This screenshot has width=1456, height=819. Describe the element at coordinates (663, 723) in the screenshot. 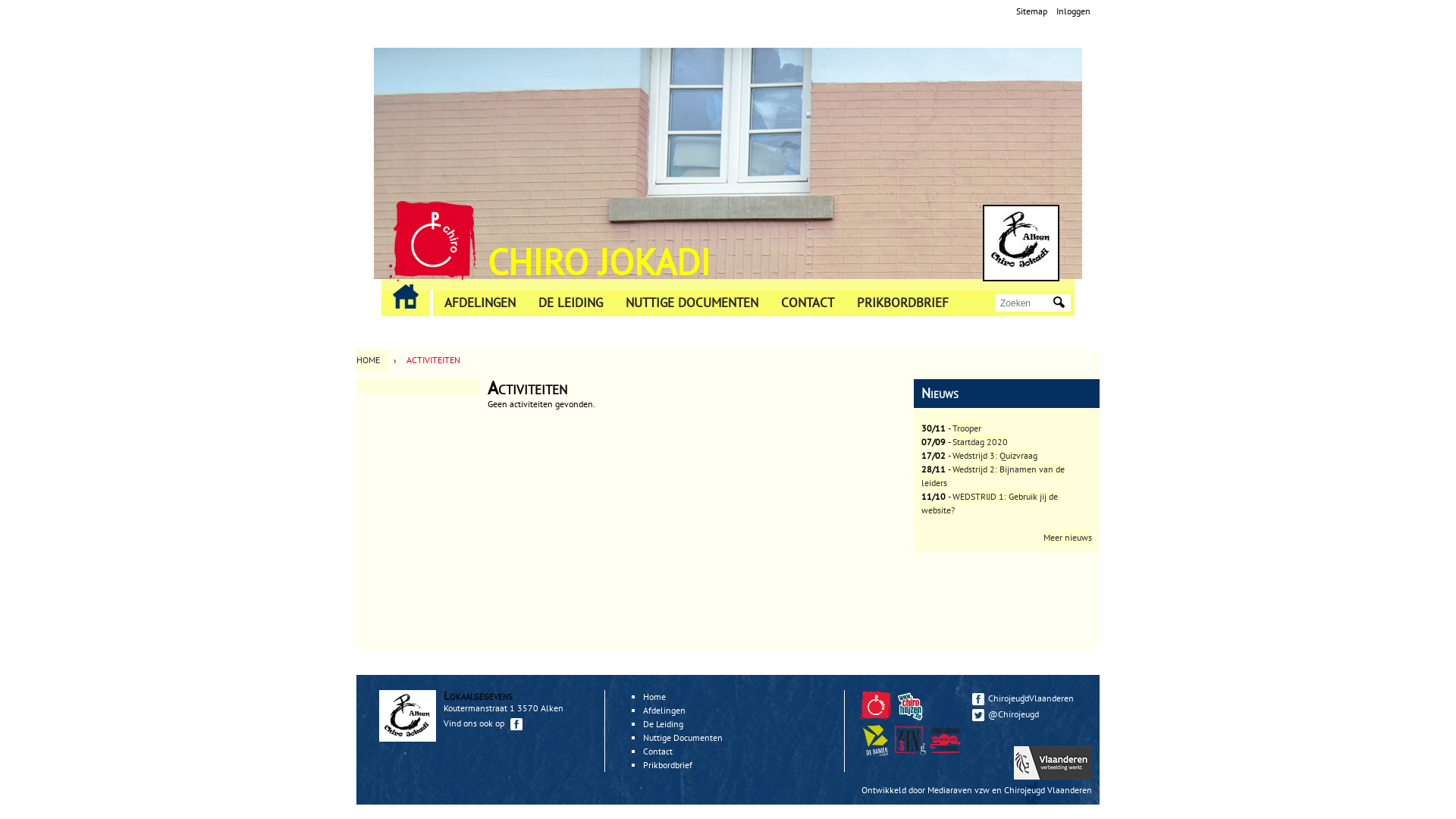

I see `'De Leiding'` at that location.